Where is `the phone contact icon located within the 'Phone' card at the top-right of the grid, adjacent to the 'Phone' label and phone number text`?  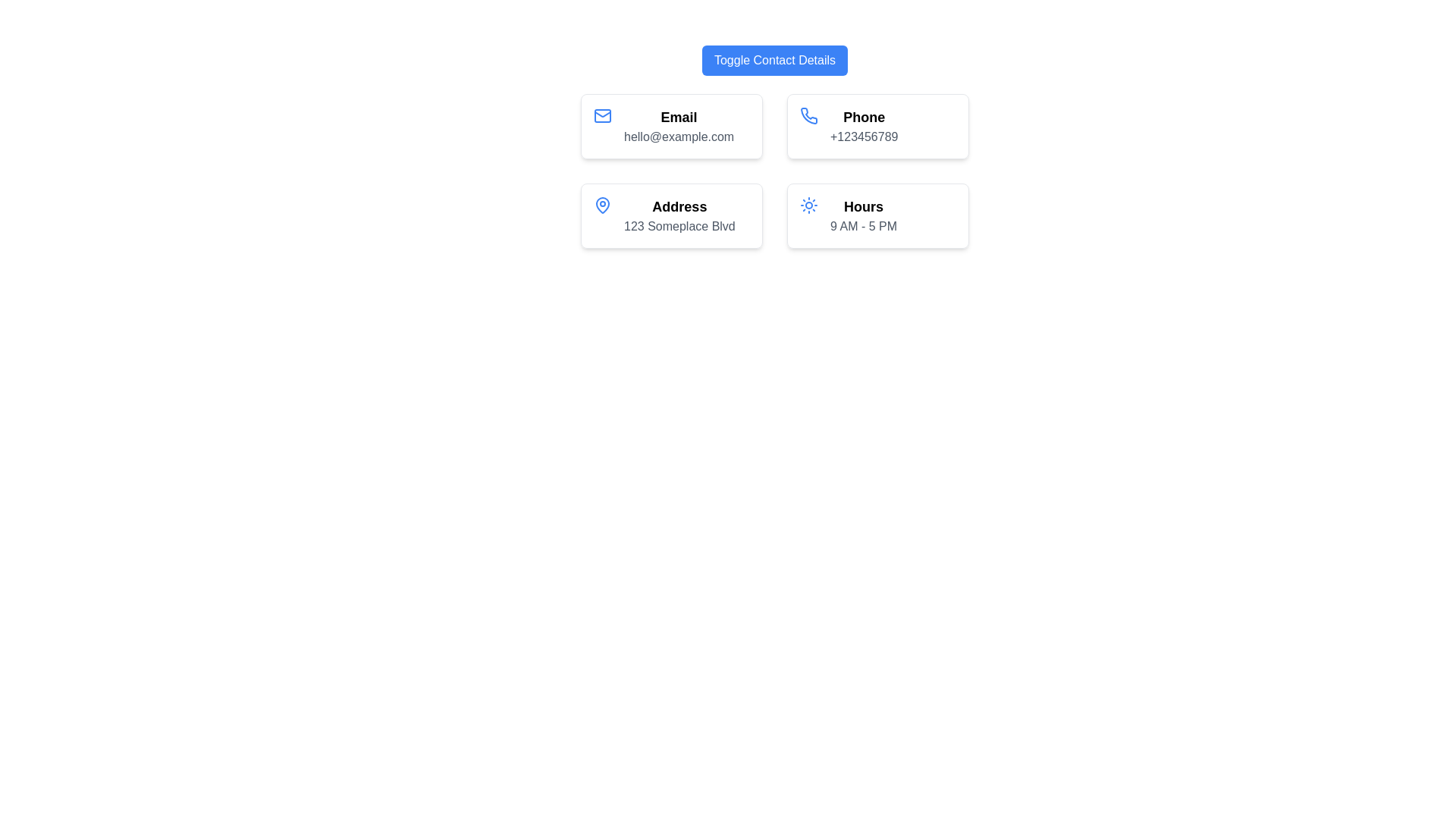 the phone contact icon located within the 'Phone' card at the top-right of the grid, adjacent to the 'Phone' label and phone number text is located at coordinates (808, 115).